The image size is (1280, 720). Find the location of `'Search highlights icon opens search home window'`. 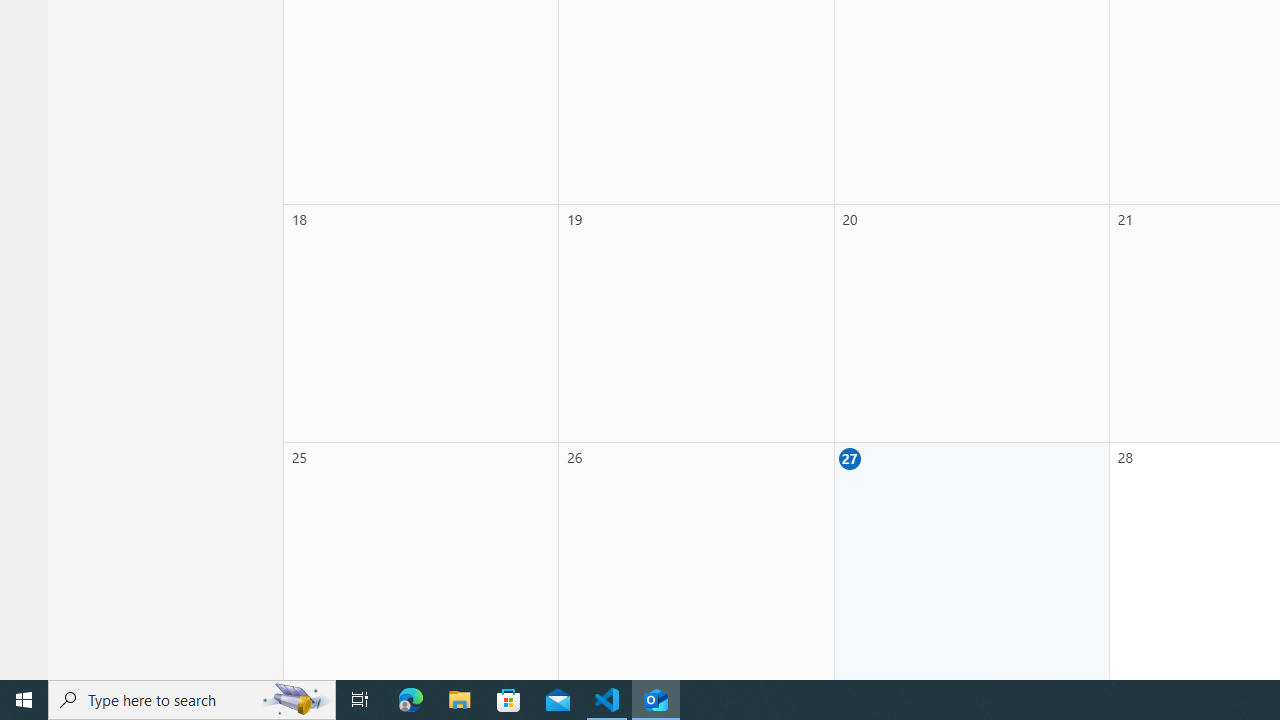

'Search highlights icon opens search home window' is located at coordinates (294, 698).